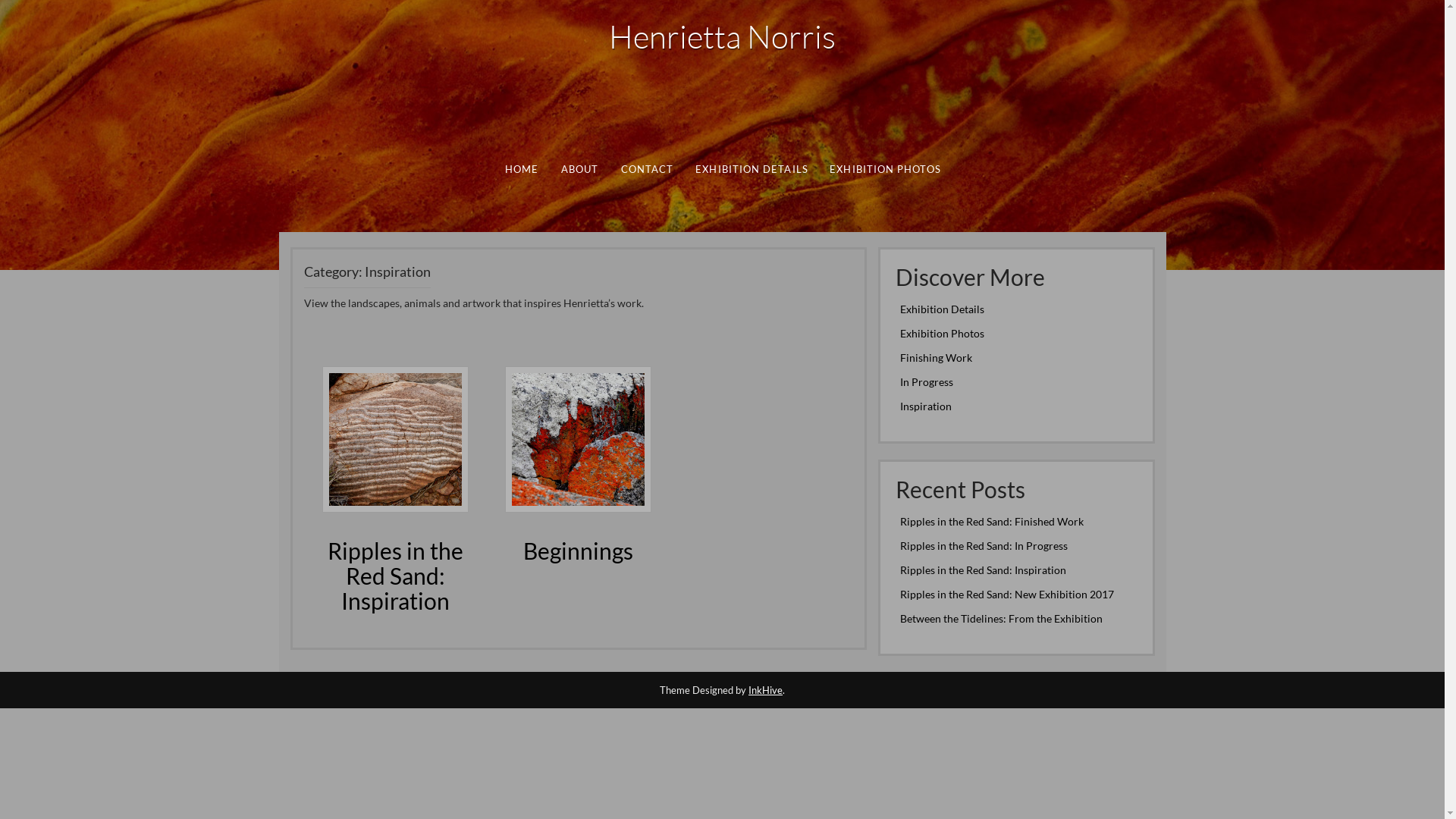  What do you see at coordinates (1006, 593) in the screenshot?
I see `'Ripples in the Red Sand: New Exhibition 2017'` at bounding box center [1006, 593].